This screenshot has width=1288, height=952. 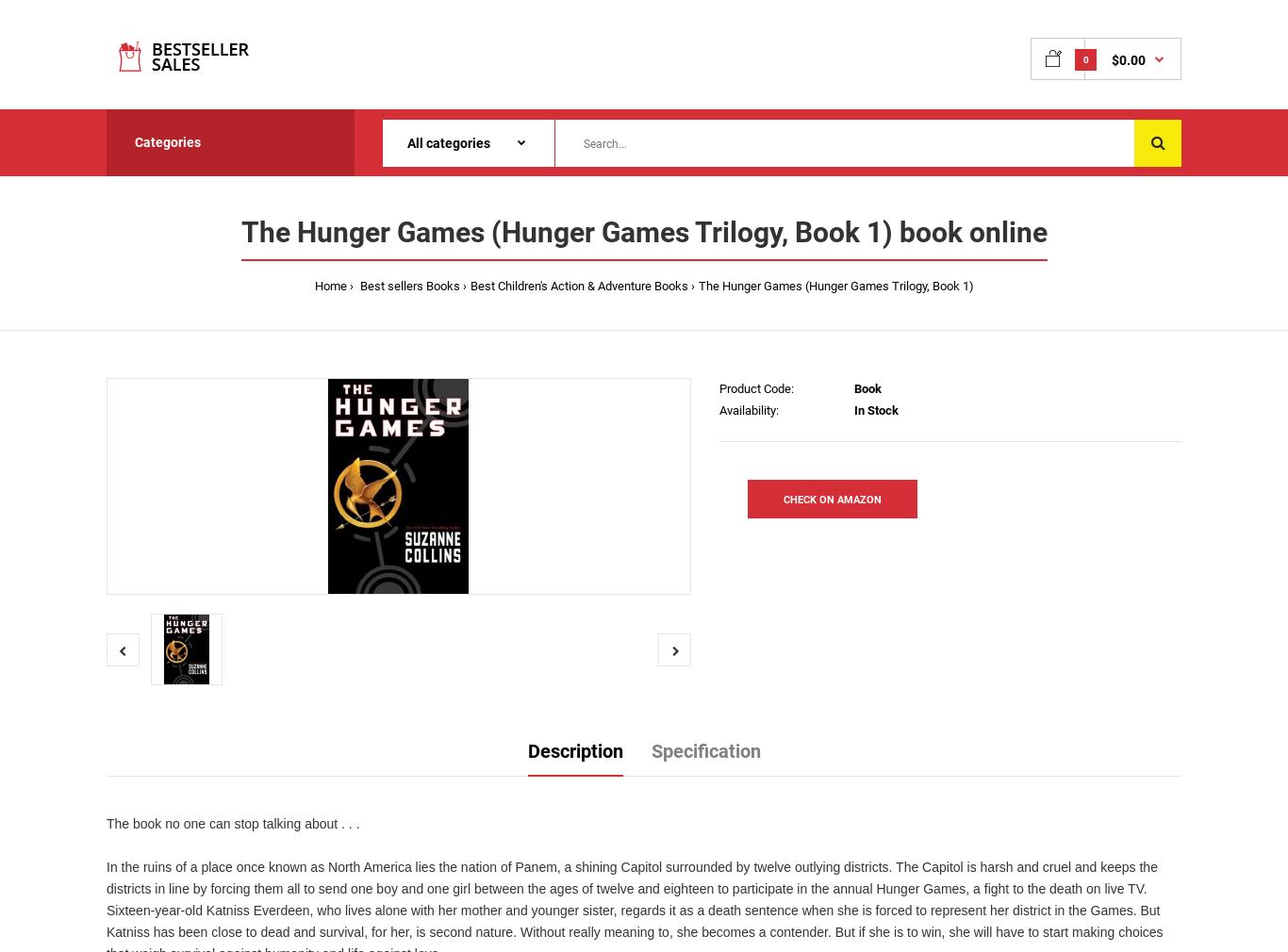 What do you see at coordinates (1049, 420) in the screenshot?
I see `'Best Vampire Romances Books'` at bounding box center [1049, 420].